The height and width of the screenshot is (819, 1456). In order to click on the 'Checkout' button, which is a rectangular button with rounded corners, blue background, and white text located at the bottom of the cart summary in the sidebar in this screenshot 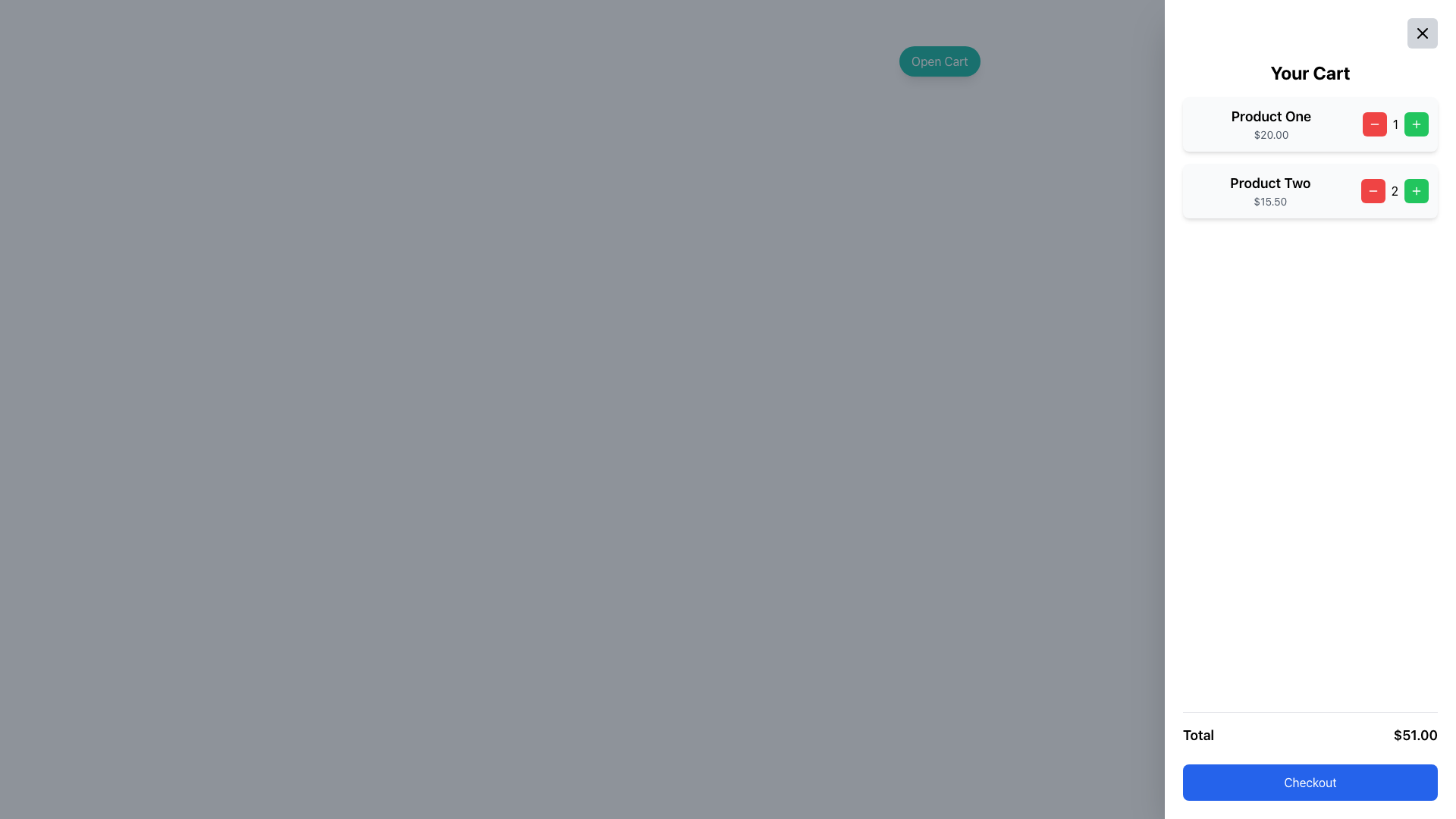, I will do `click(1310, 783)`.